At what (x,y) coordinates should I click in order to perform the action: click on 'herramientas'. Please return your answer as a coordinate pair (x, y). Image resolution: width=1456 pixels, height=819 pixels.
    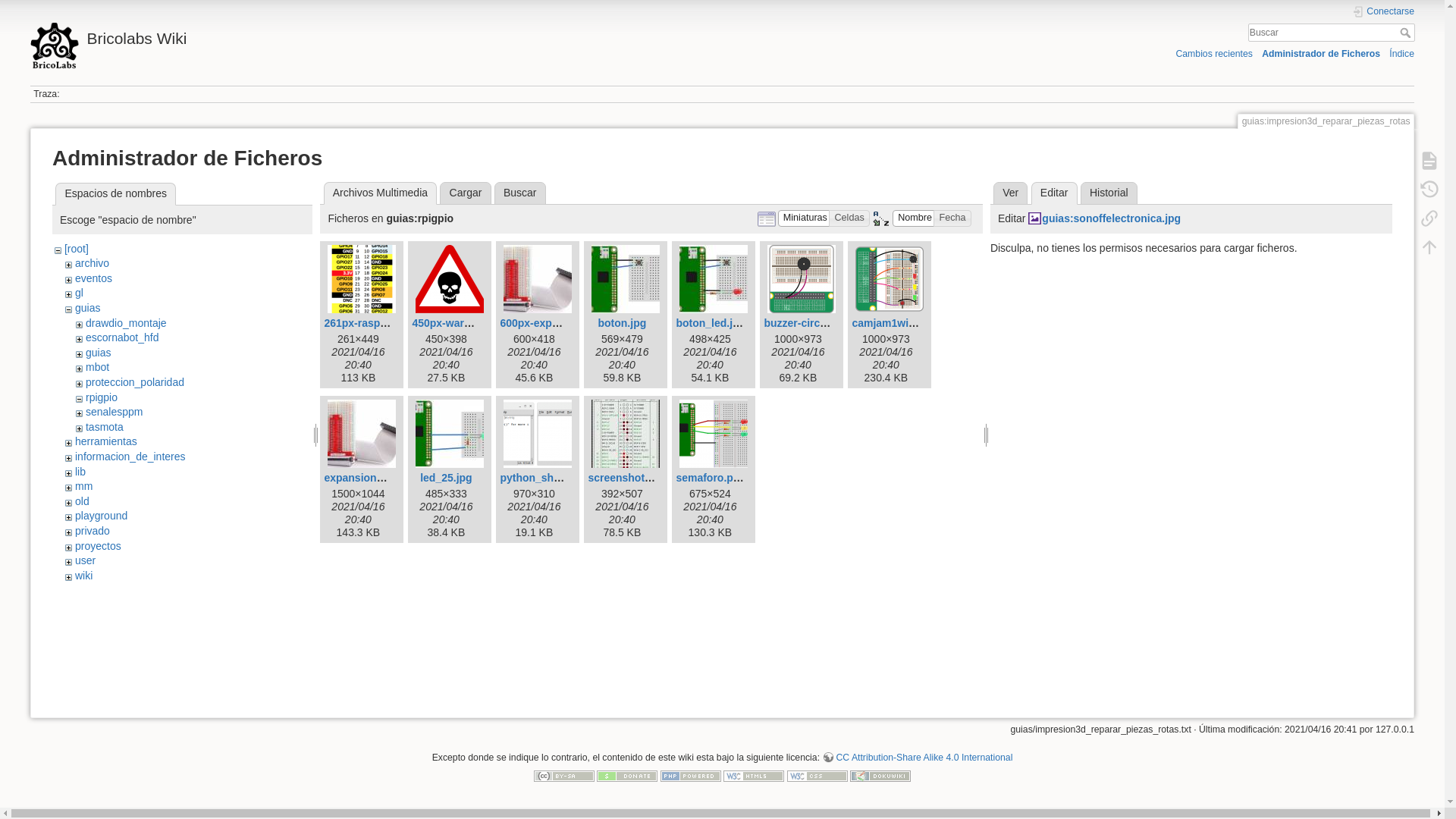
    Looking at the image, I should click on (74, 441).